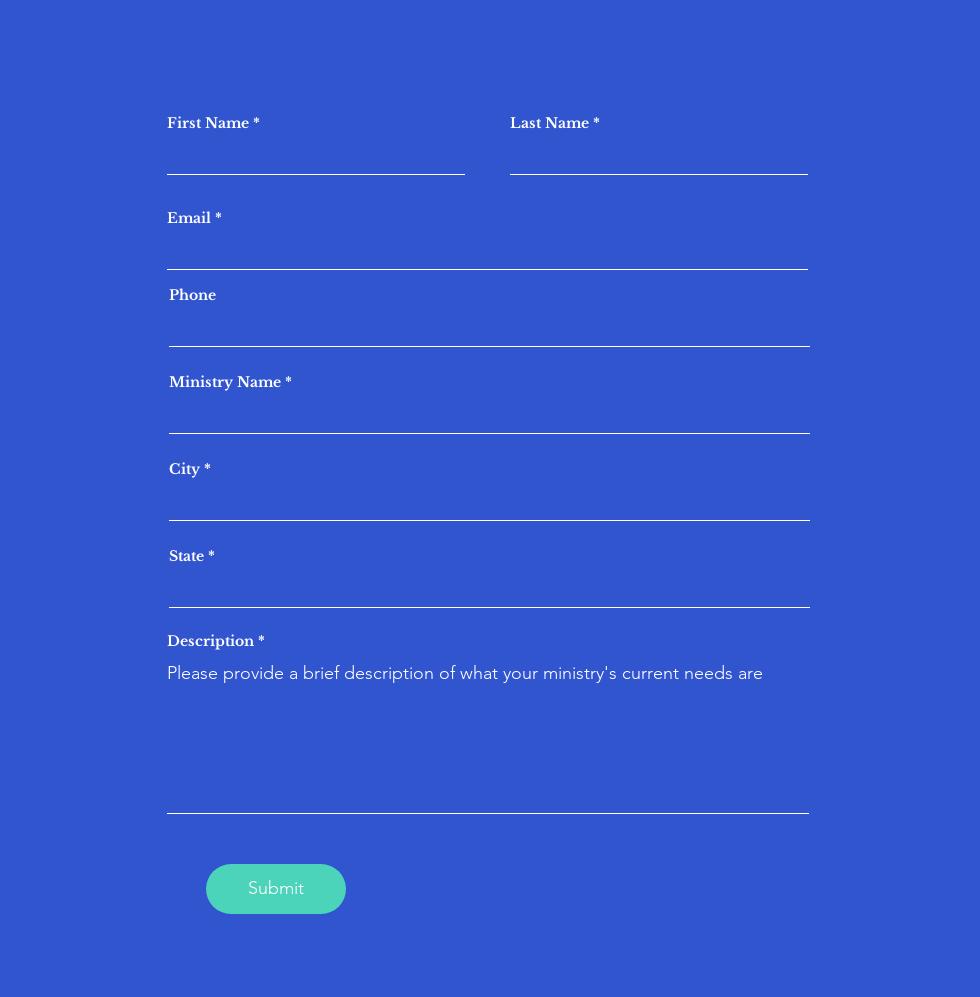  I want to click on 'City', so click(184, 467).